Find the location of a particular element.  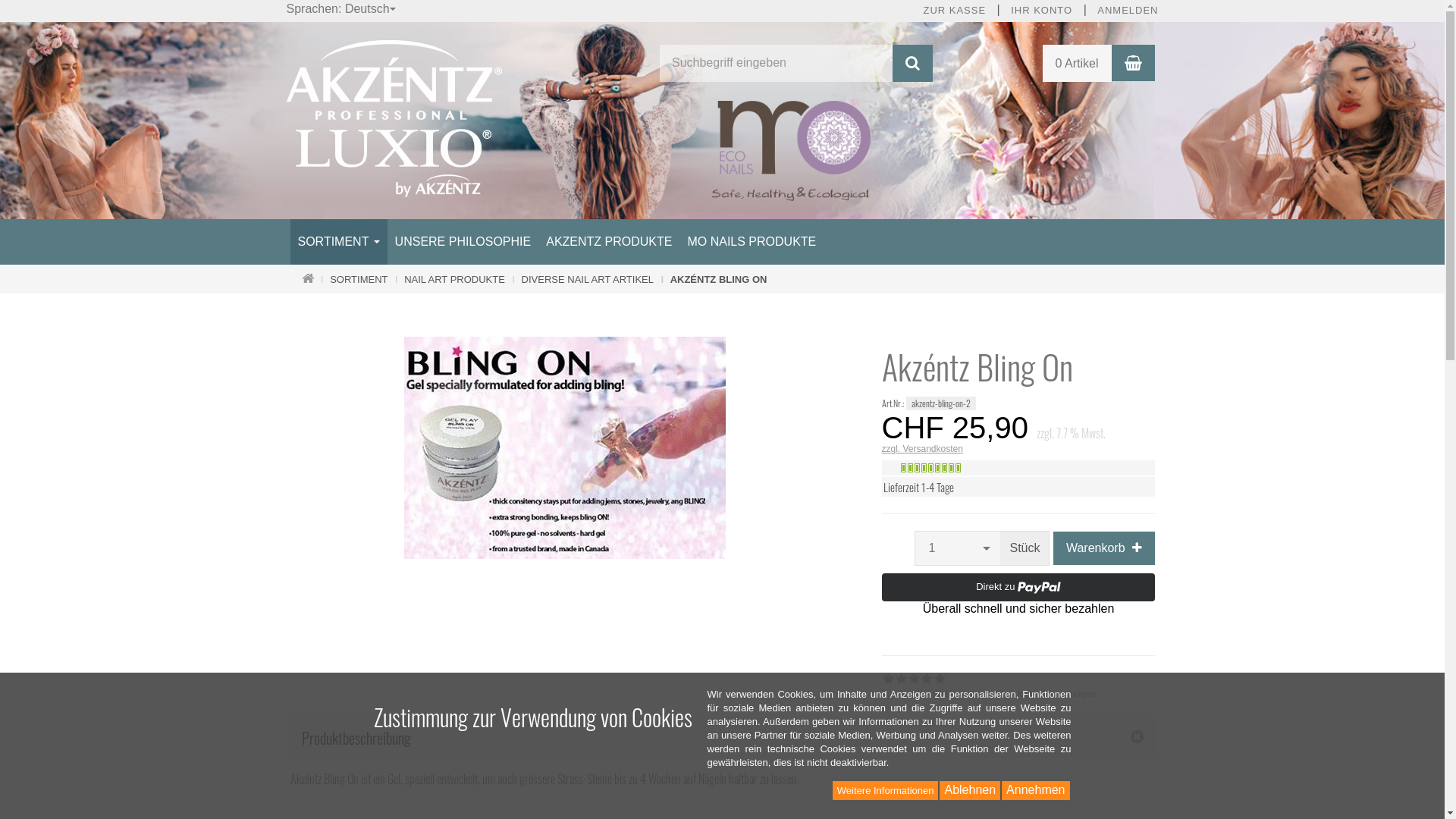

'SORTIMENT' is located at coordinates (337, 241).